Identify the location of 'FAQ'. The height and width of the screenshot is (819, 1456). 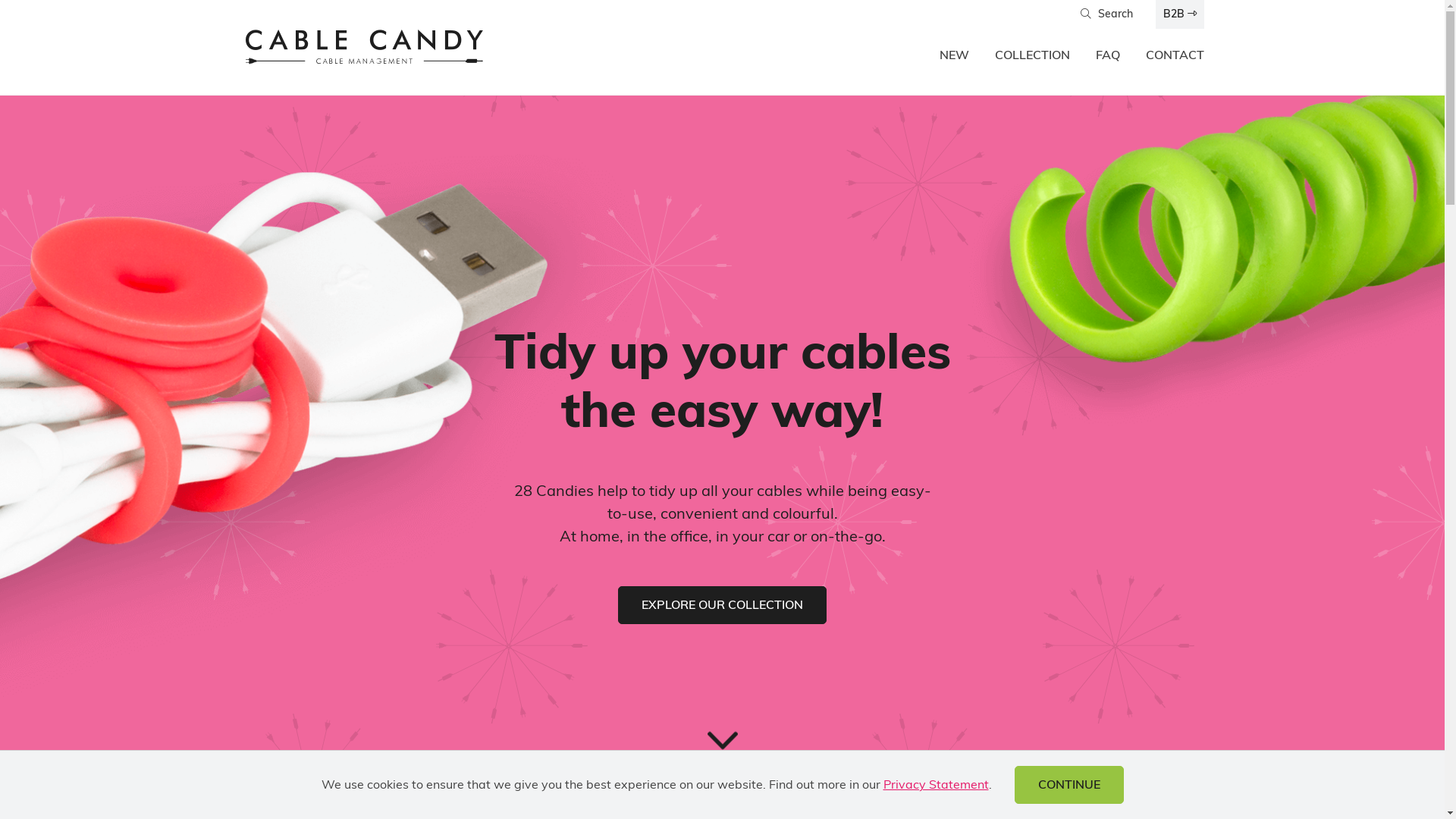
(1106, 56).